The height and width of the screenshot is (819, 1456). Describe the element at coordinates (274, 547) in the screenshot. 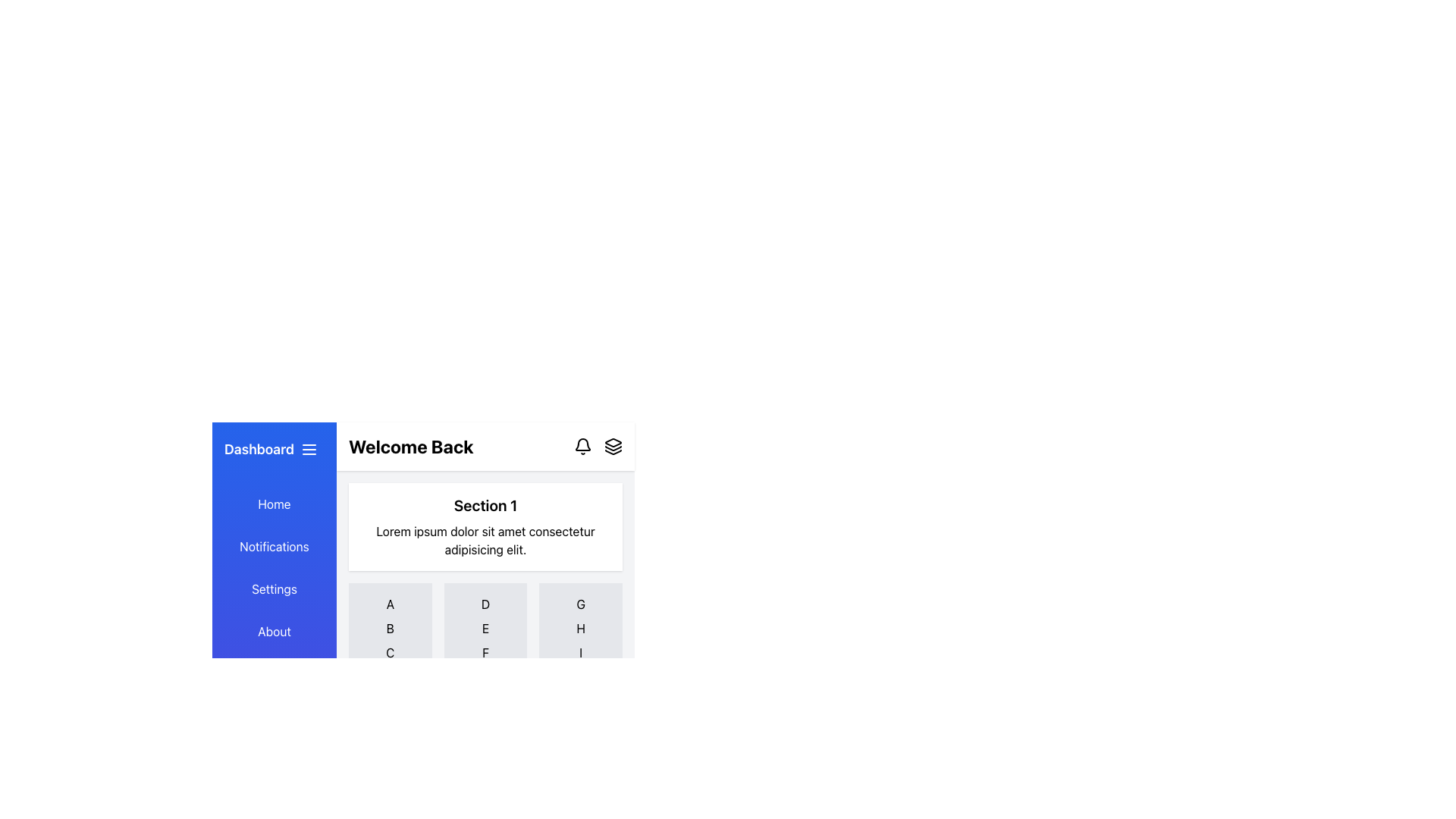

I see `the 'Notifications' navigation link located in the vertical menu, which is the second item below 'Home' and above 'Settings'` at that location.